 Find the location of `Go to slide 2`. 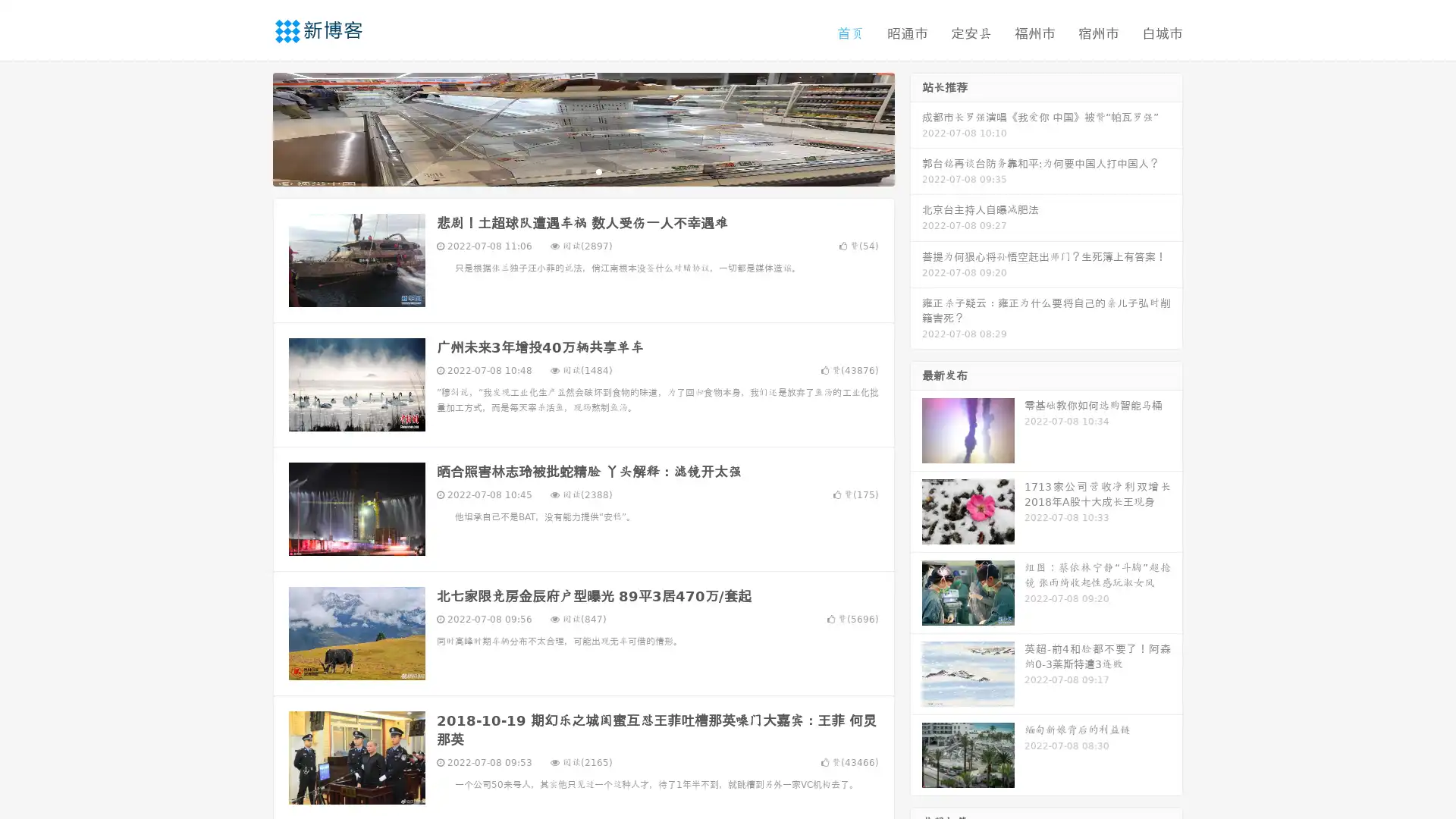

Go to slide 2 is located at coordinates (582, 171).